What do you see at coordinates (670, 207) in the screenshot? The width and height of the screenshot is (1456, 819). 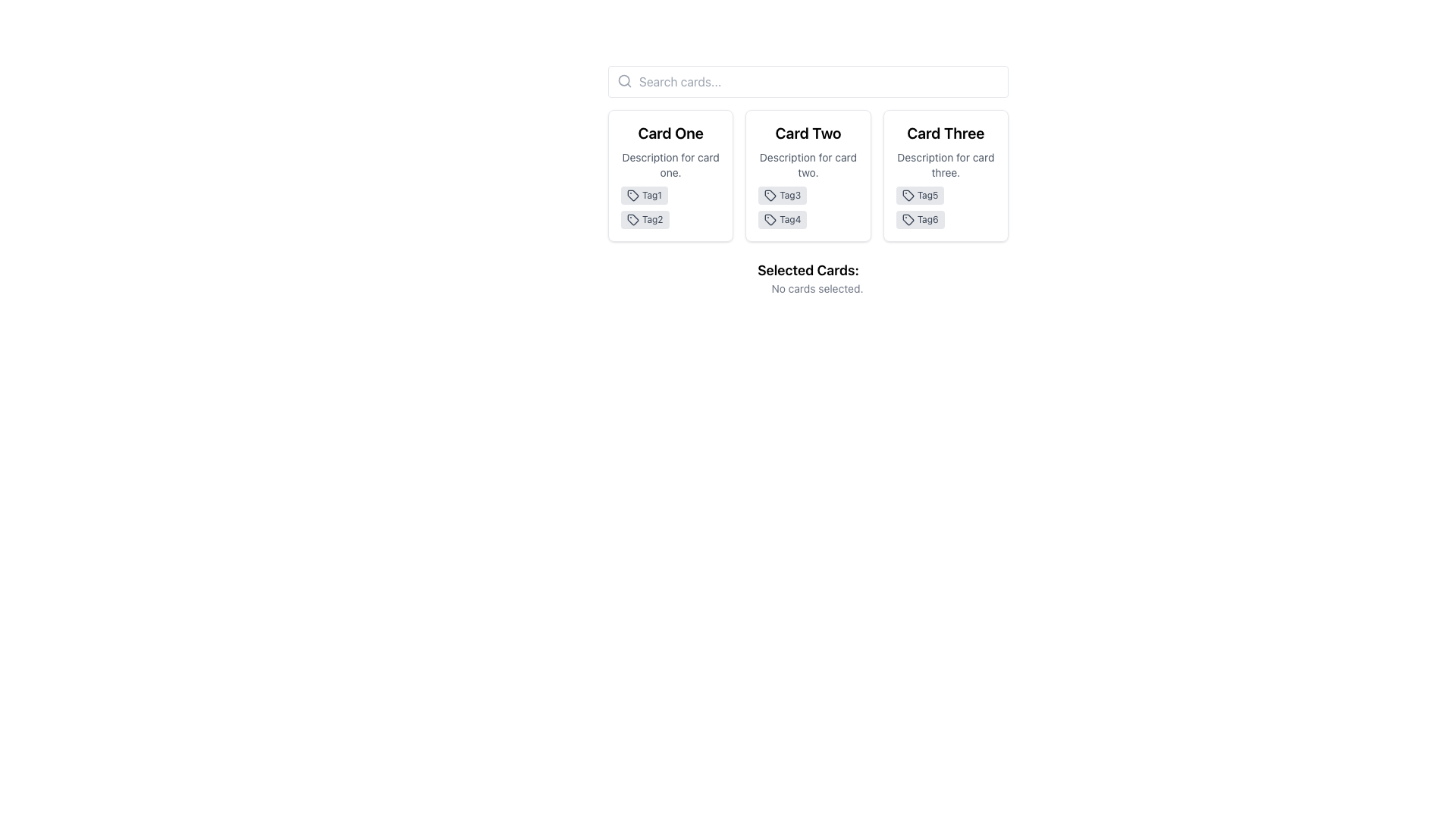 I see `the tags displayed at the bottom of 'Card One', which includes 'Tag1' and 'Tag2'` at bounding box center [670, 207].